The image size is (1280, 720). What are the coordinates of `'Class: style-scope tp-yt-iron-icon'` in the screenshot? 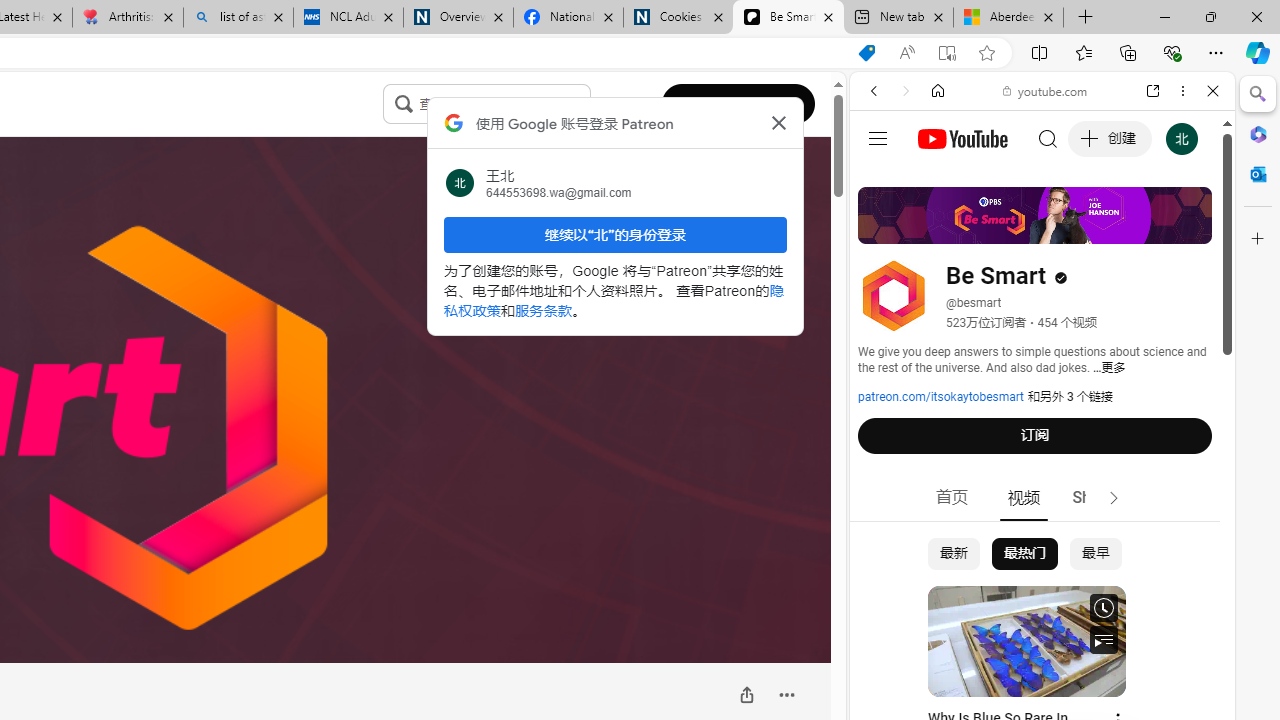 It's located at (1113, 497).